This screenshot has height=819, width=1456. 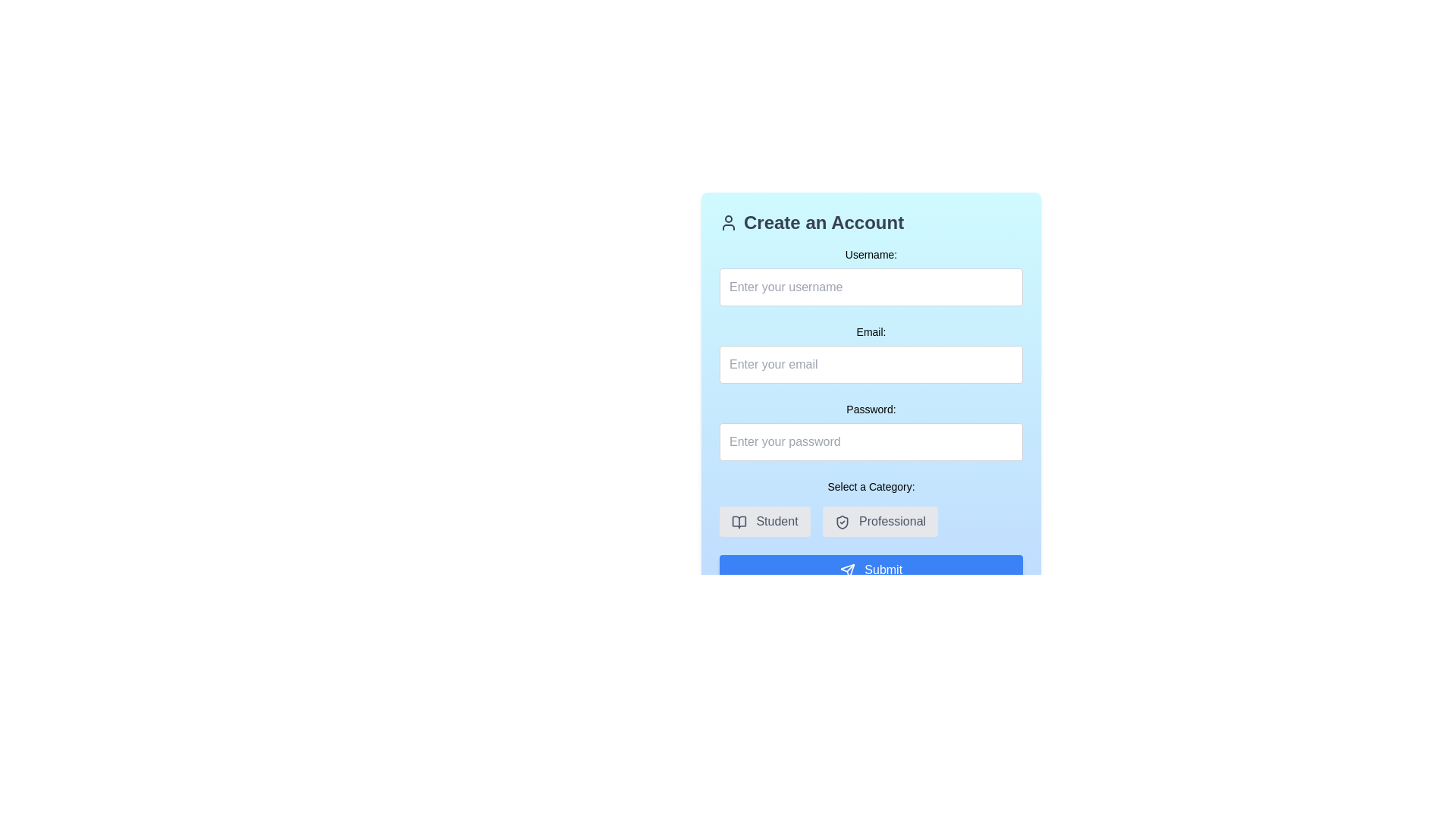 I want to click on the blue paper plane icon located on the far-left side of the 'Submit' button, so click(x=846, y=570).